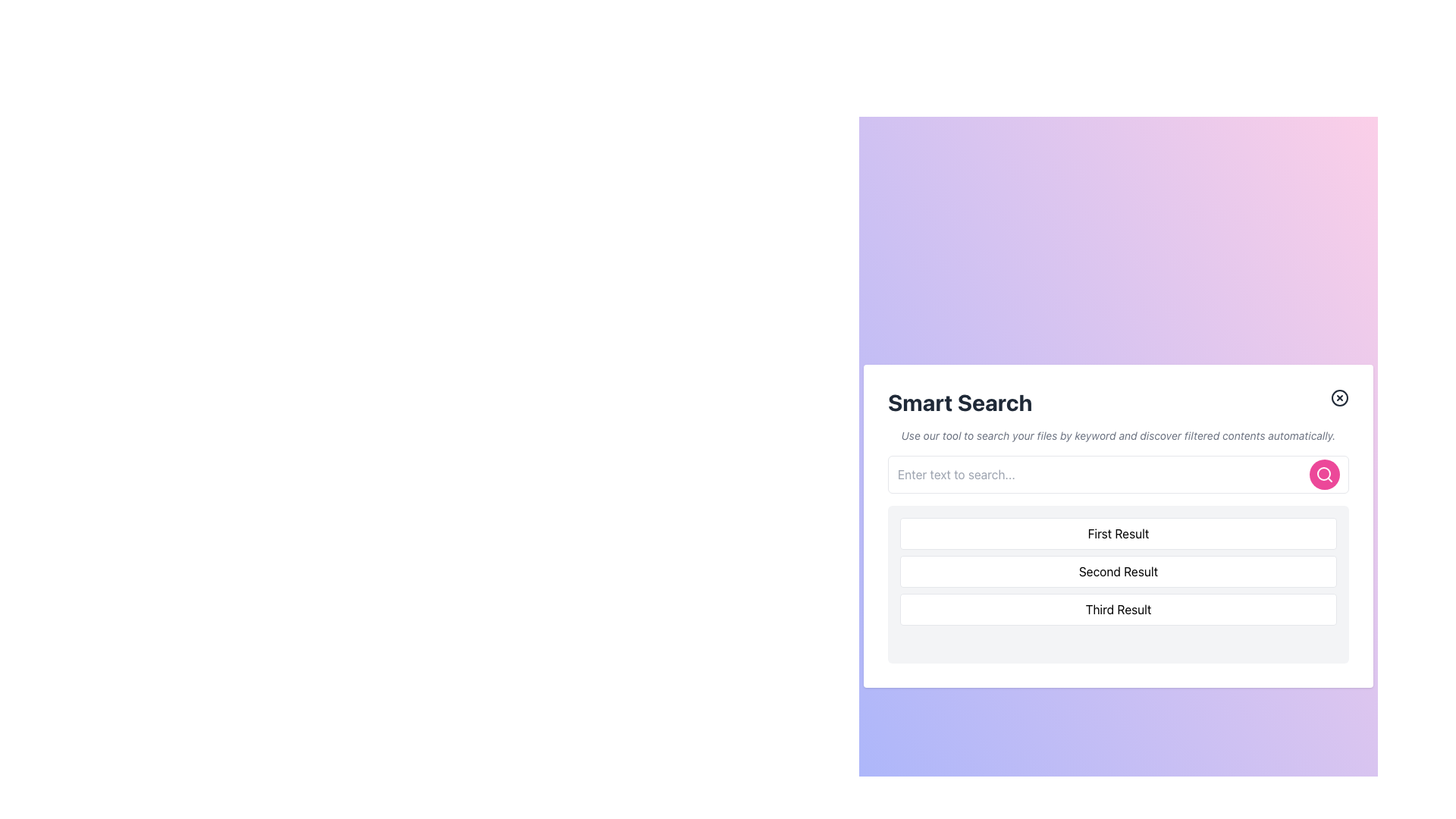 This screenshot has width=1456, height=819. What do you see at coordinates (1324, 473) in the screenshot?
I see `the search icon represented by a white magnifying glass on a pink circular background` at bounding box center [1324, 473].